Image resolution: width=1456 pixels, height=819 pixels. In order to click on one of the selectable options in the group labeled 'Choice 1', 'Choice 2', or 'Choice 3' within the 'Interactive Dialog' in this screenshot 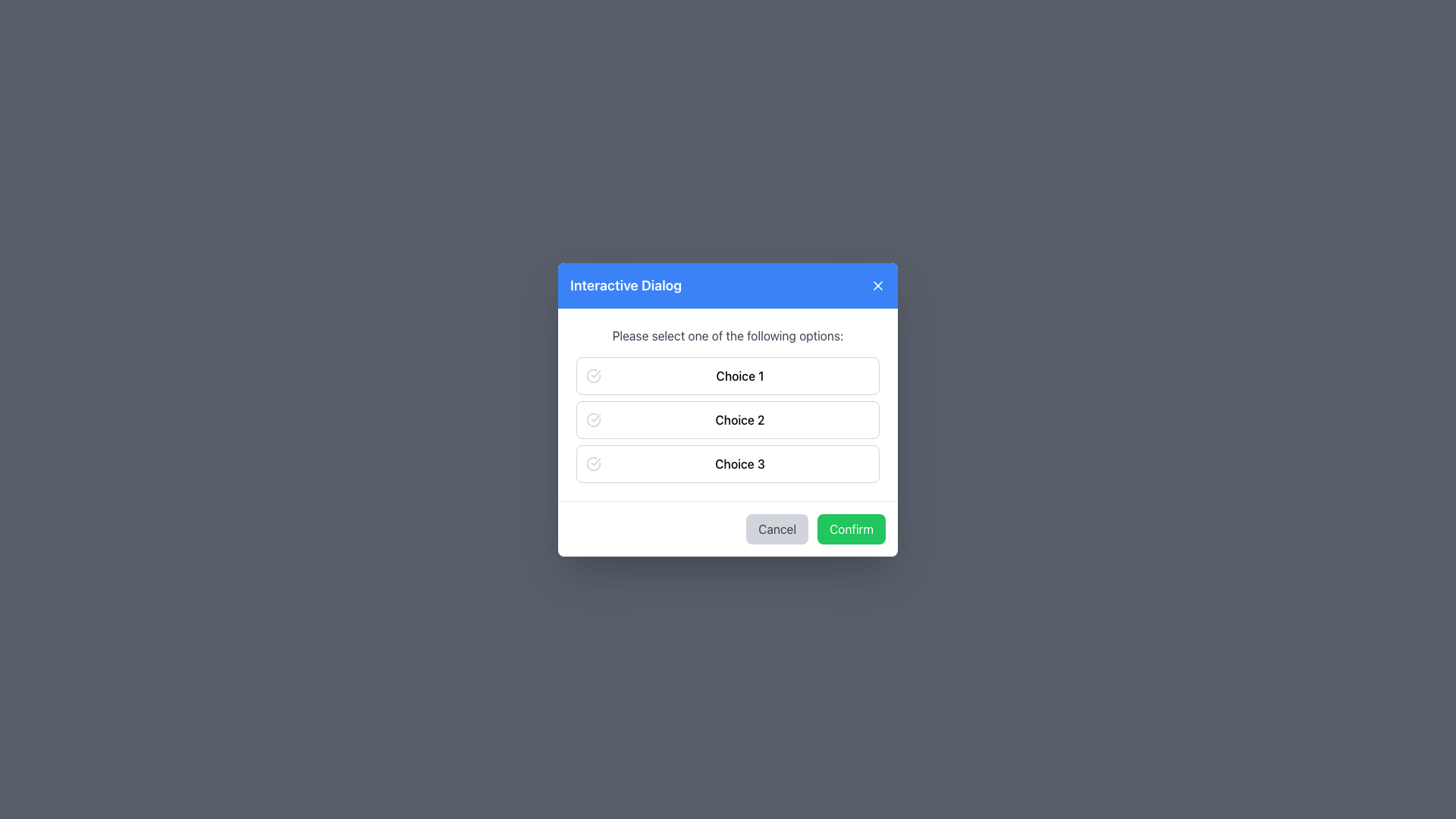, I will do `click(728, 419)`.